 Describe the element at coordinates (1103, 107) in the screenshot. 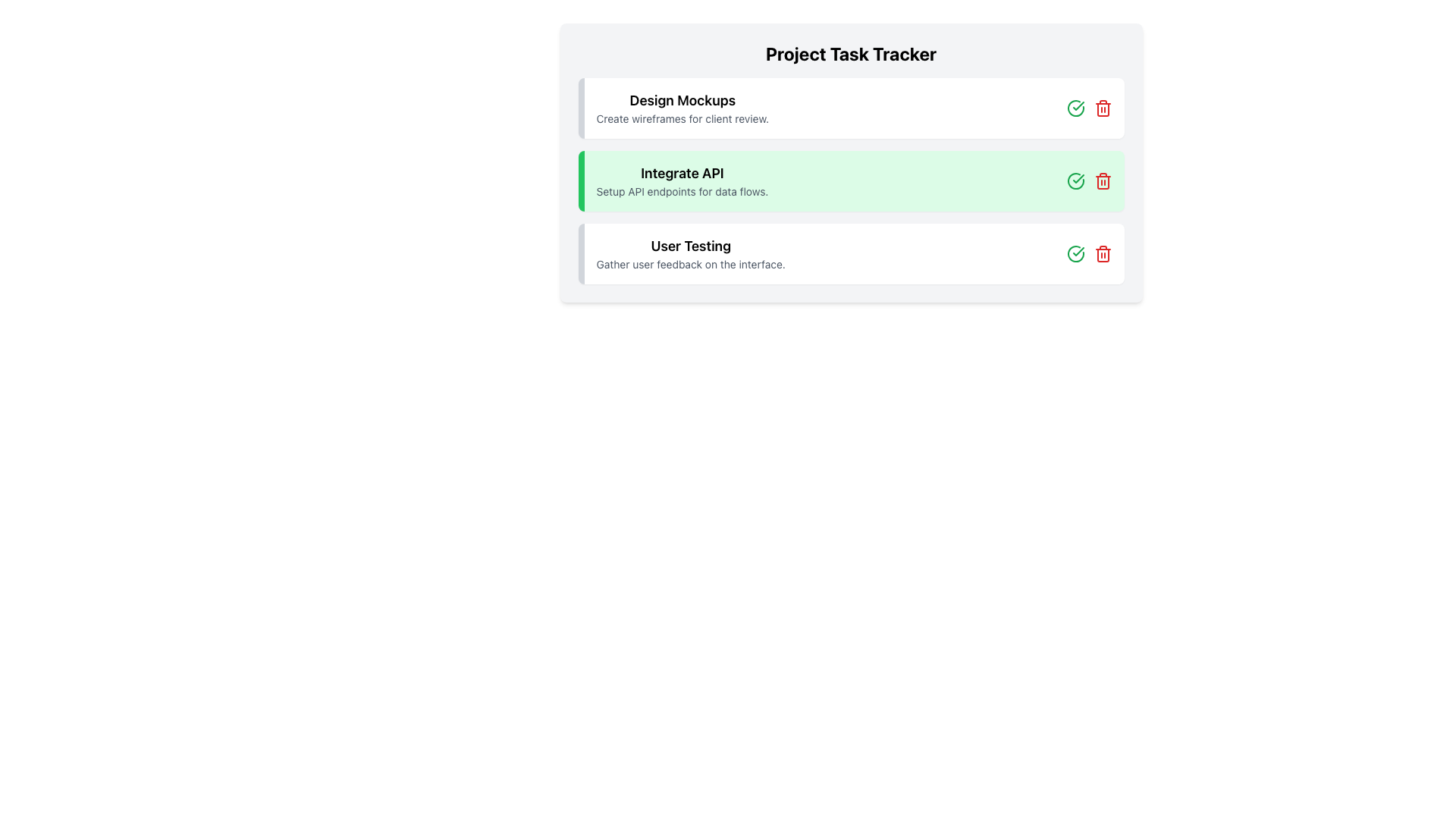

I see `the red trash bin icon button located at the far right of the second task in the task list` at that location.